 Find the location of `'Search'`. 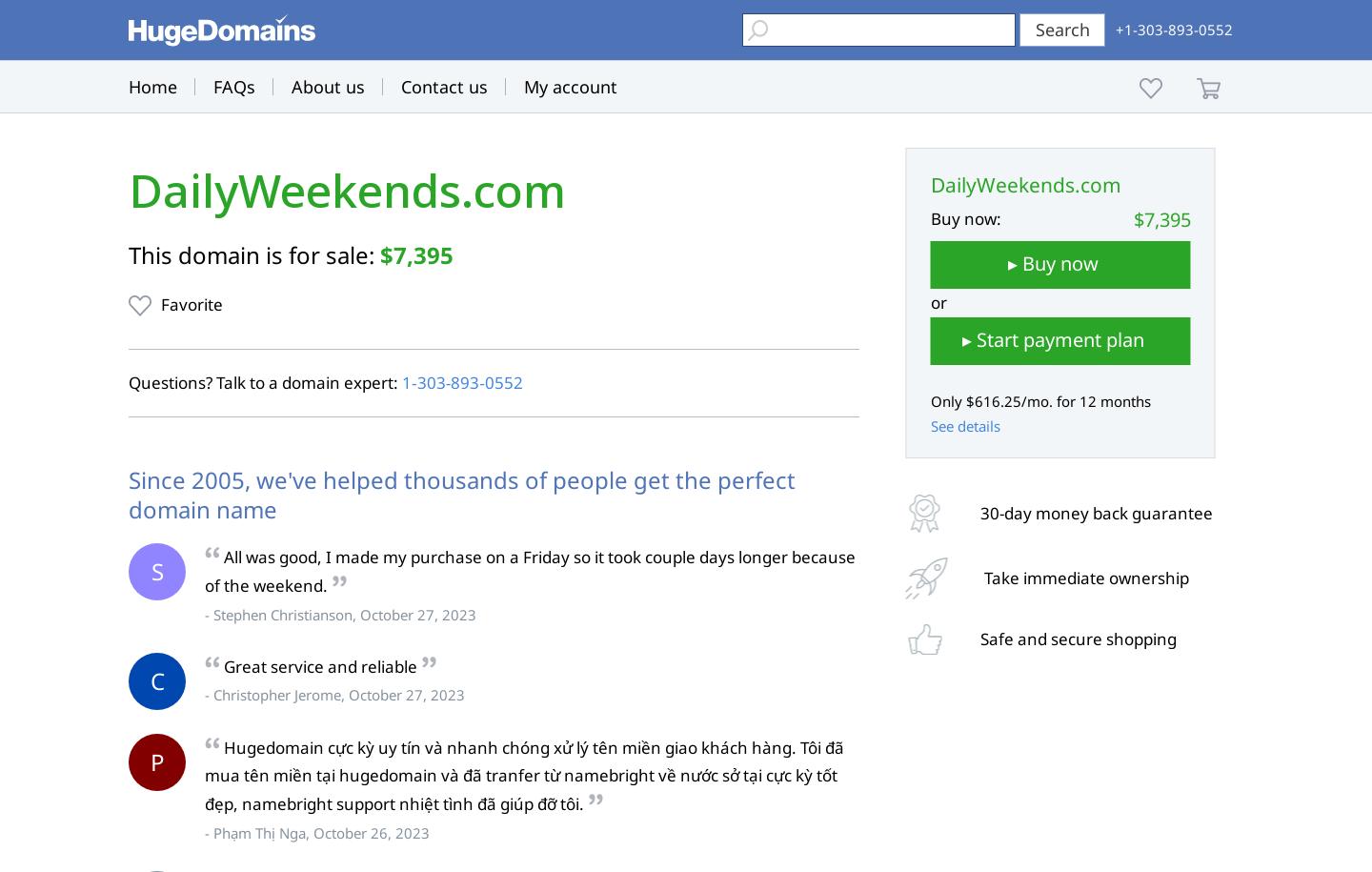

'Search' is located at coordinates (1060, 30).